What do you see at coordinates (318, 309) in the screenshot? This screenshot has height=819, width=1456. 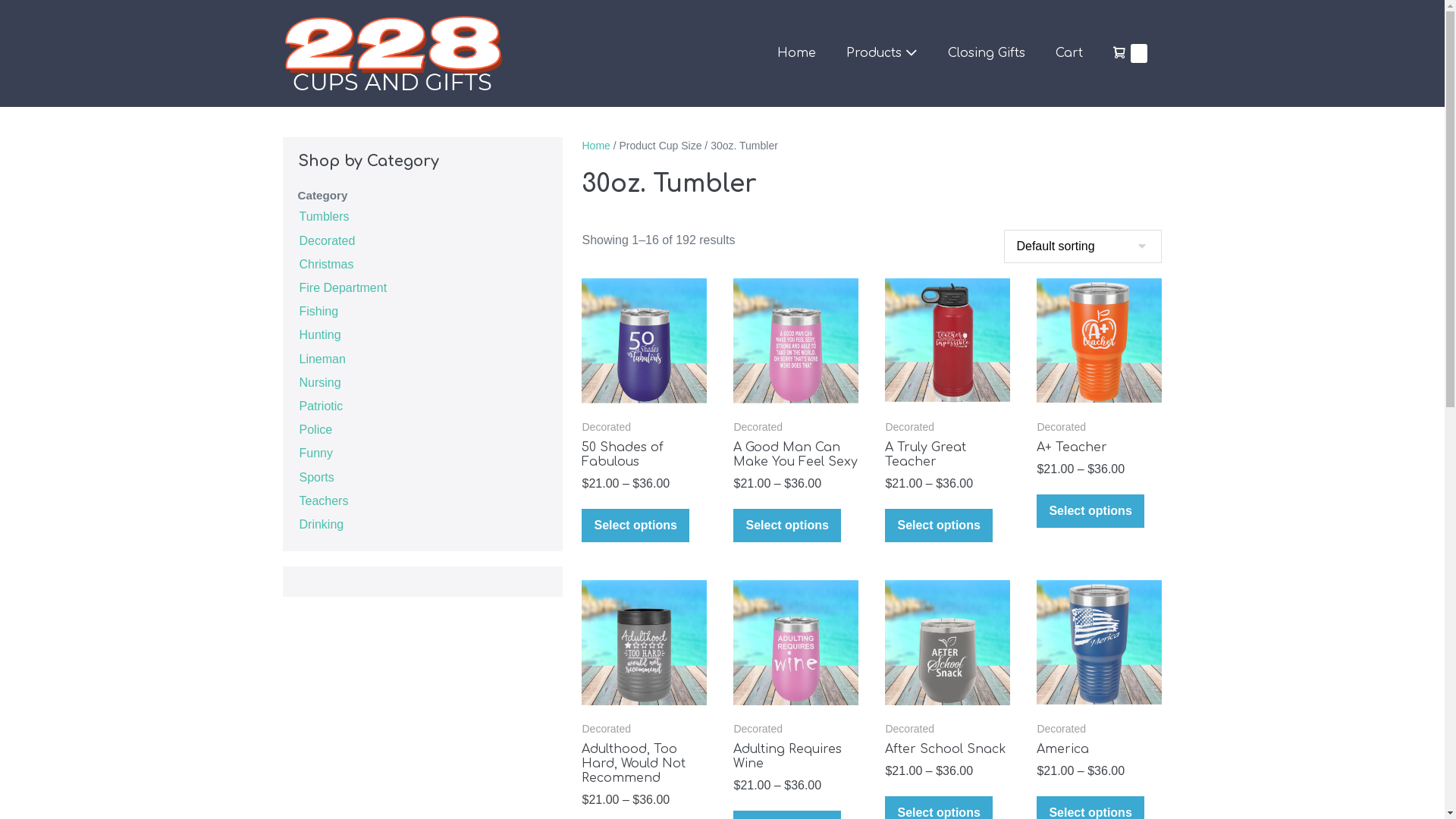 I see `'Fishing'` at bounding box center [318, 309].